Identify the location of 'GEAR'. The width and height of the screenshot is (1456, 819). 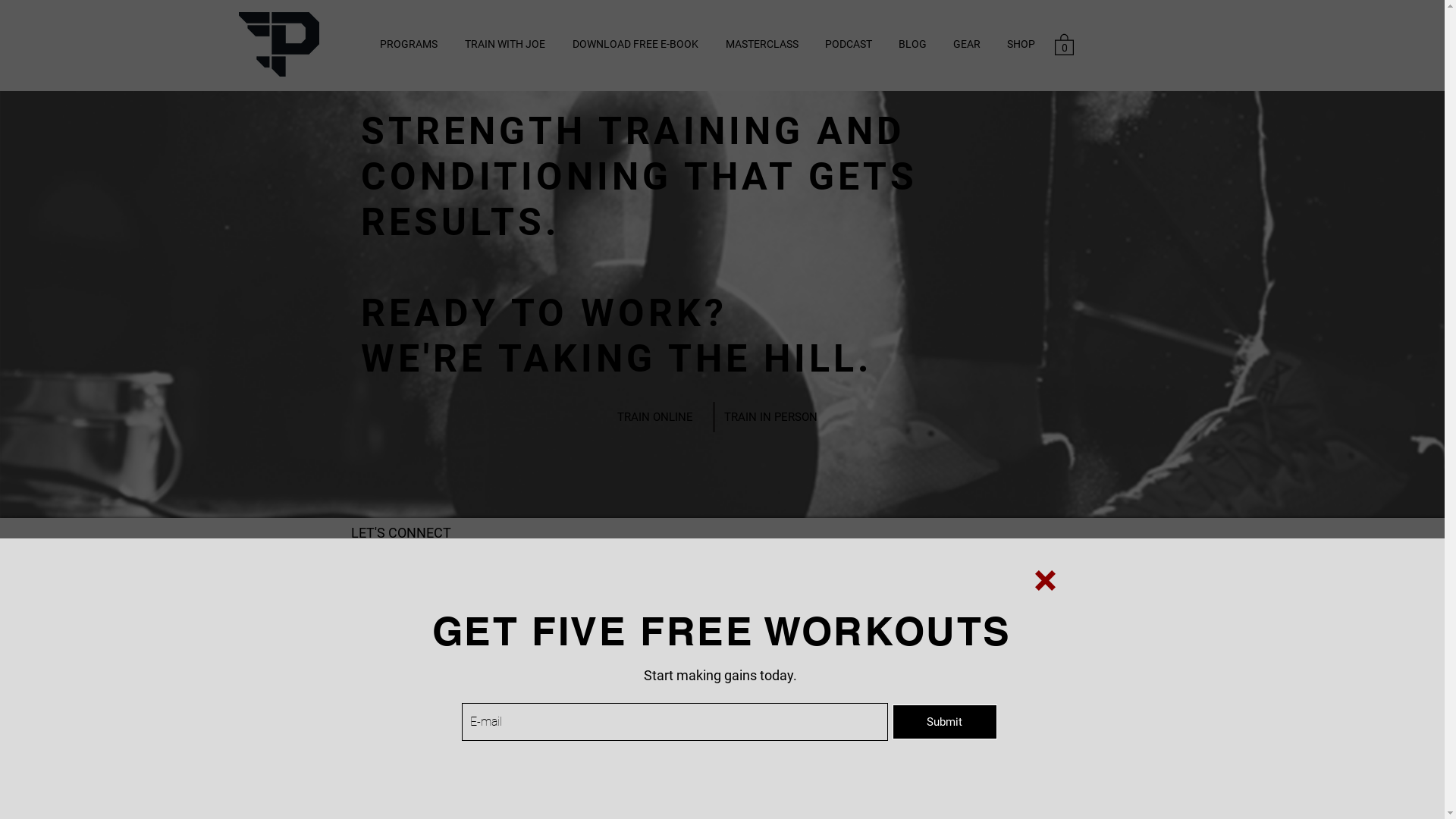
(966, 43).